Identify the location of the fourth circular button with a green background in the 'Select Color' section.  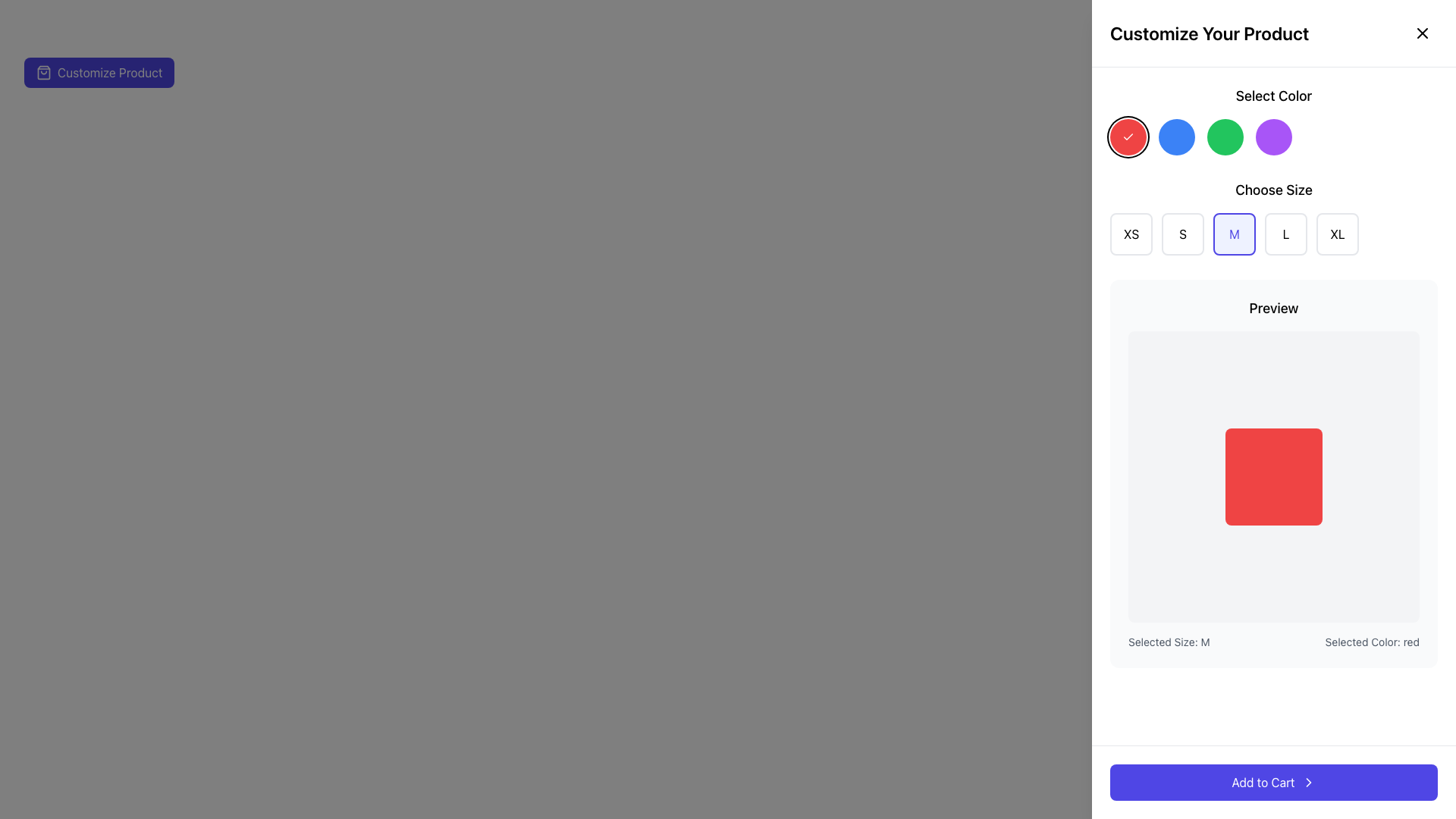
(1225, 137).